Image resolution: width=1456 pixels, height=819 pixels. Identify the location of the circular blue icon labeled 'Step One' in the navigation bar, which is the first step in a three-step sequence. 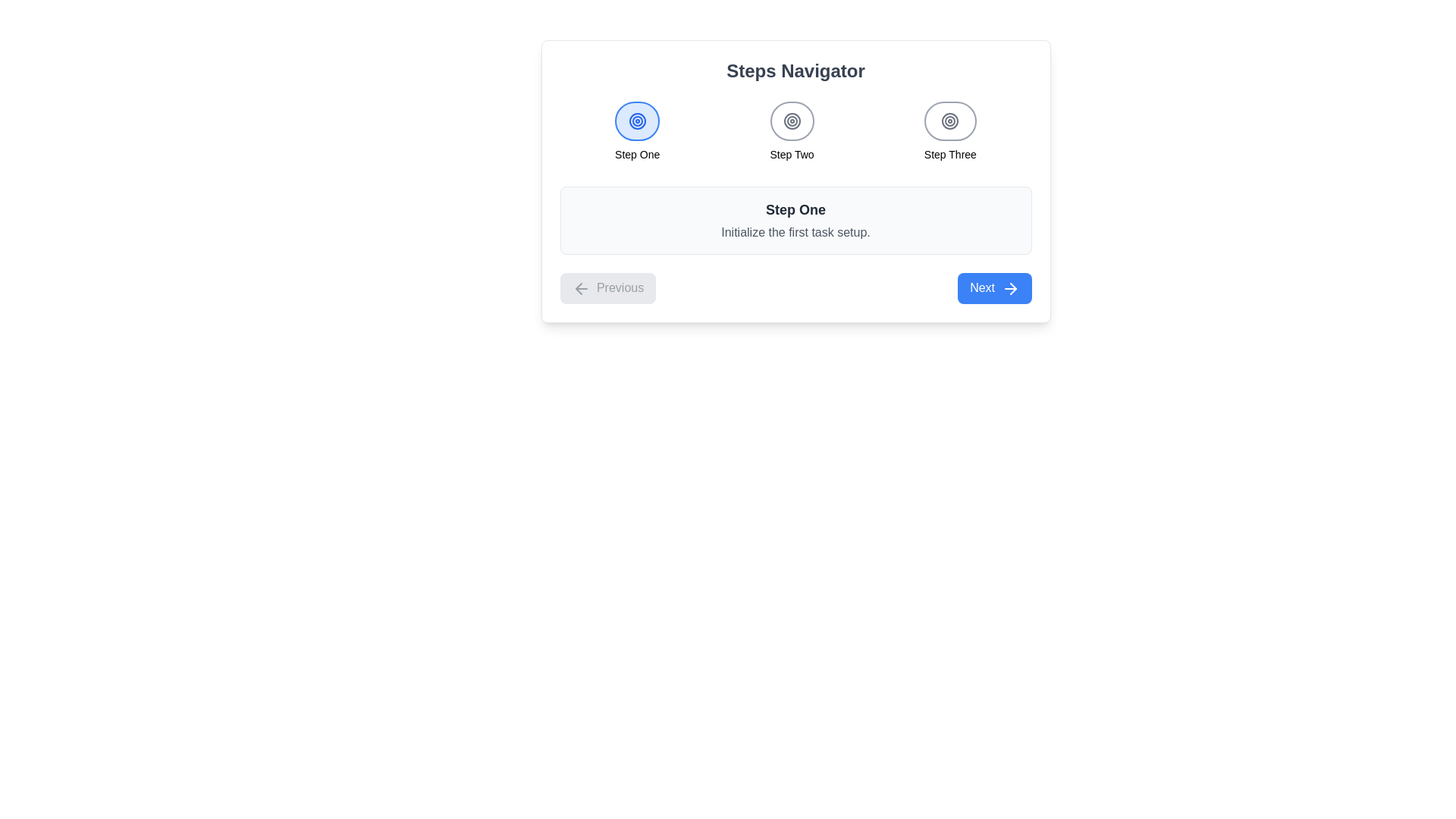
(637, 130).